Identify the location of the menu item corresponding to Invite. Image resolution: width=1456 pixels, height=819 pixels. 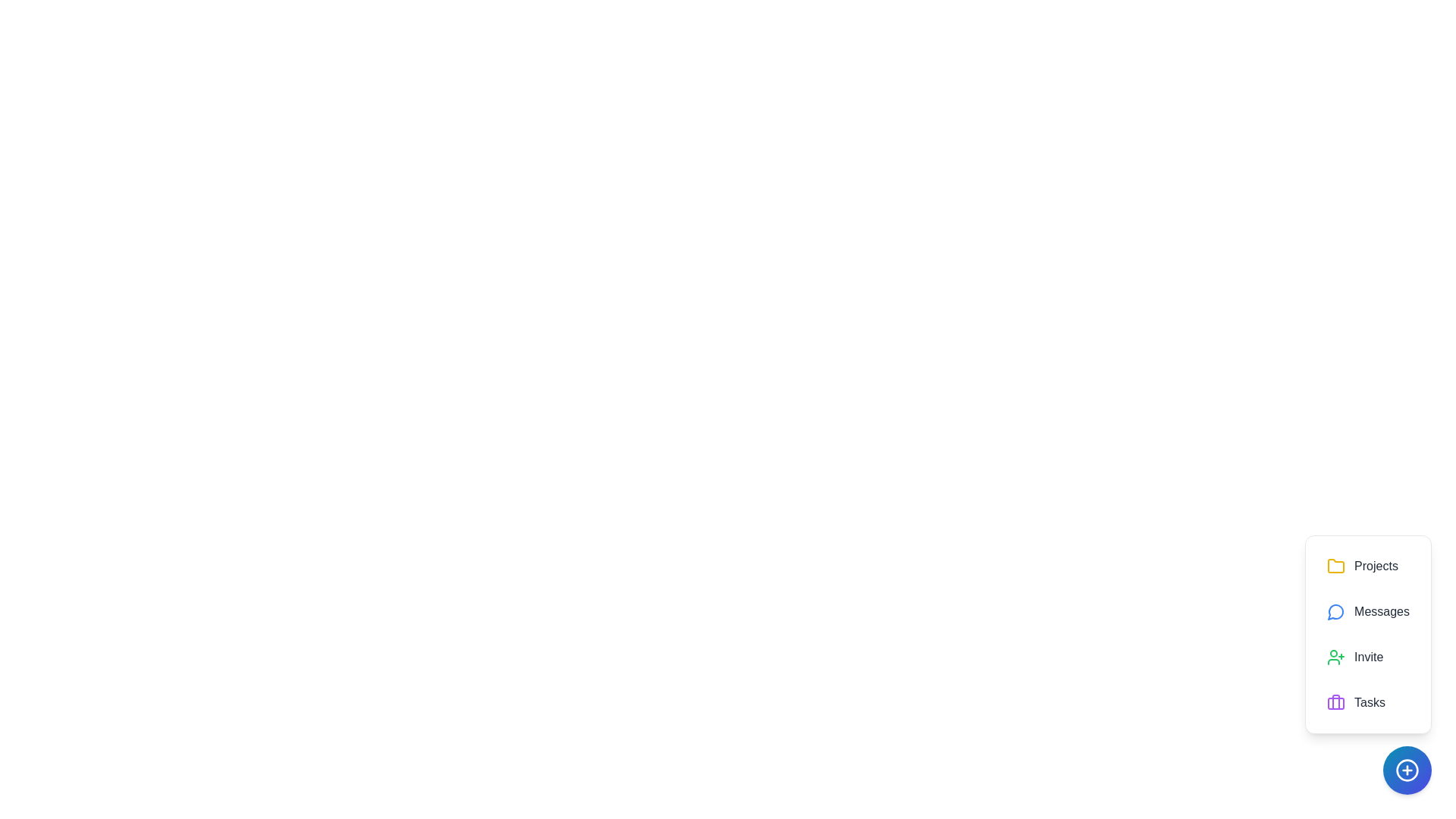
(1368, 657).